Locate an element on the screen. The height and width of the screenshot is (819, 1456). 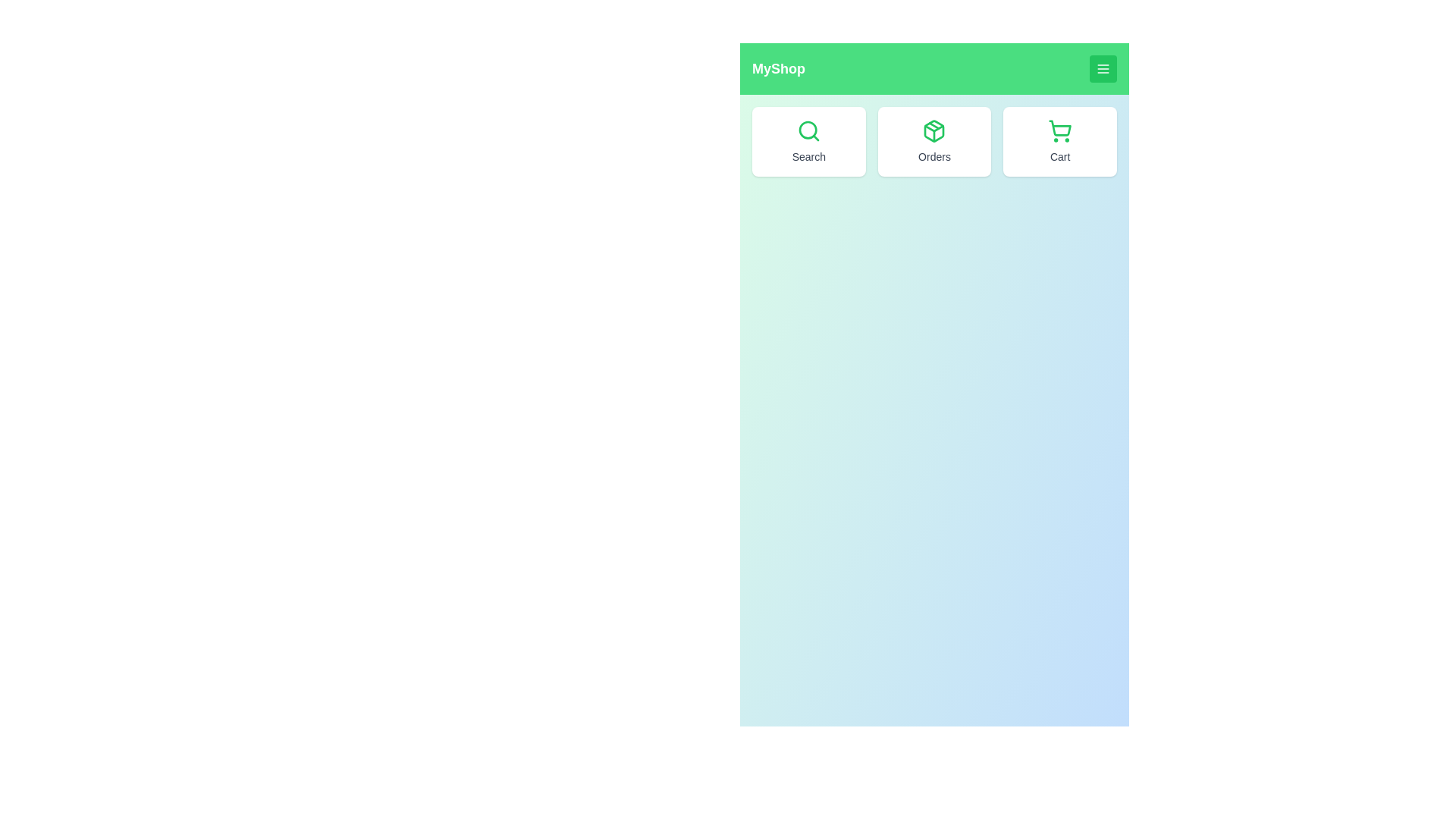
the 'Search' button to explore the search functionality is located at coordinates (807, 141).